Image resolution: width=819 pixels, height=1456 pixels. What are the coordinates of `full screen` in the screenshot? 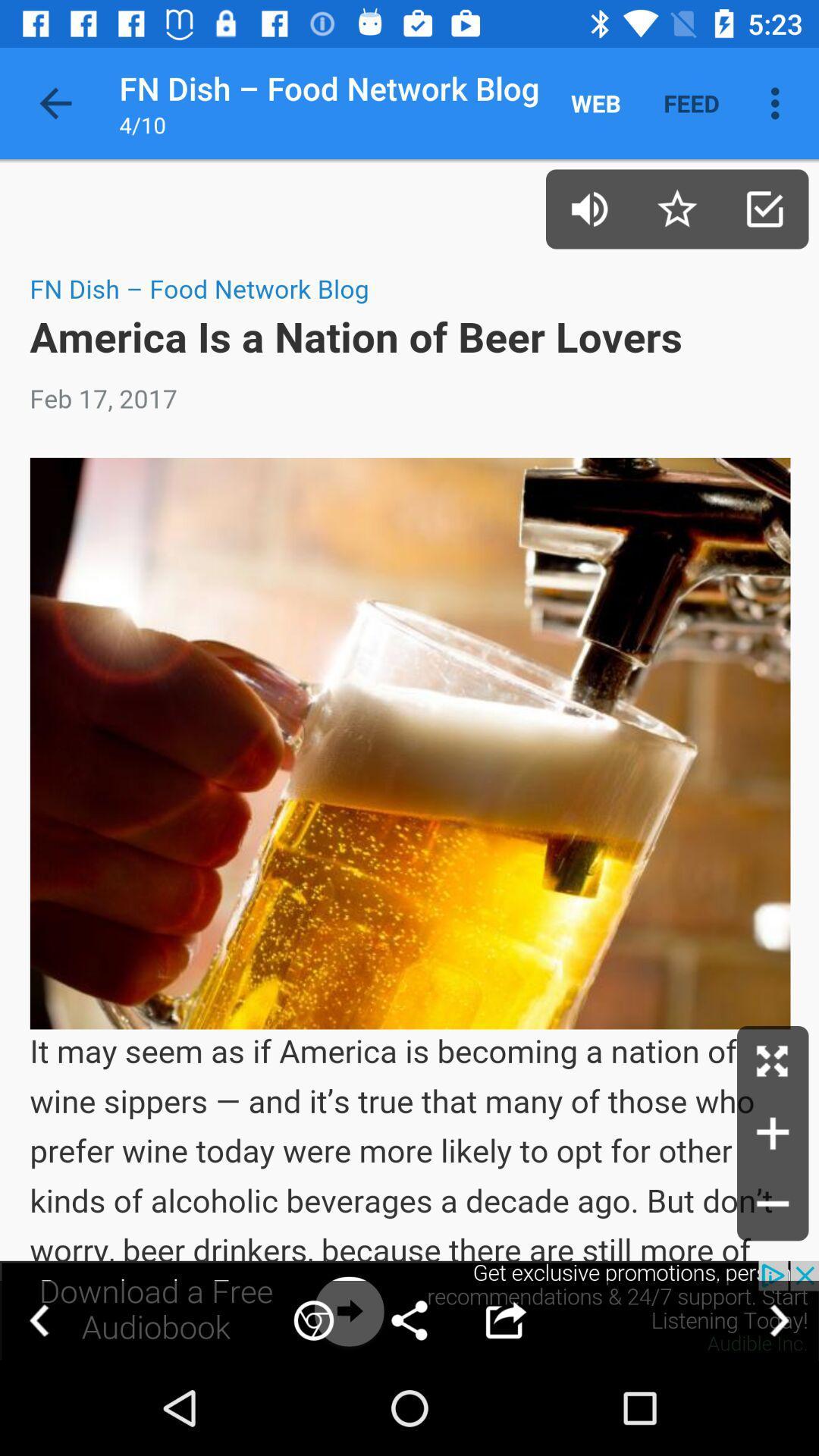 It's located at (773, 1061).